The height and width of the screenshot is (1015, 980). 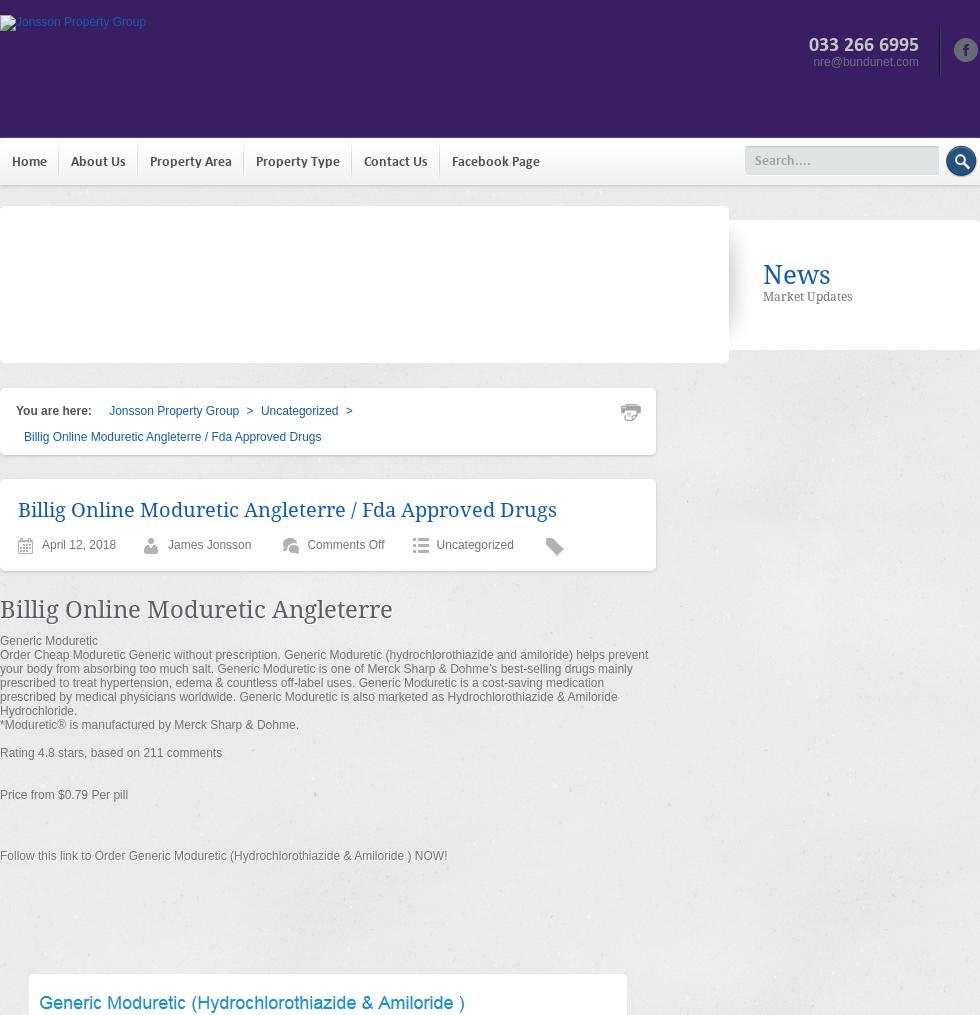 I want to click on 'Billig Online Moduretic Angleterre / Fda Approved Drugs', so click(x=287, y=510).